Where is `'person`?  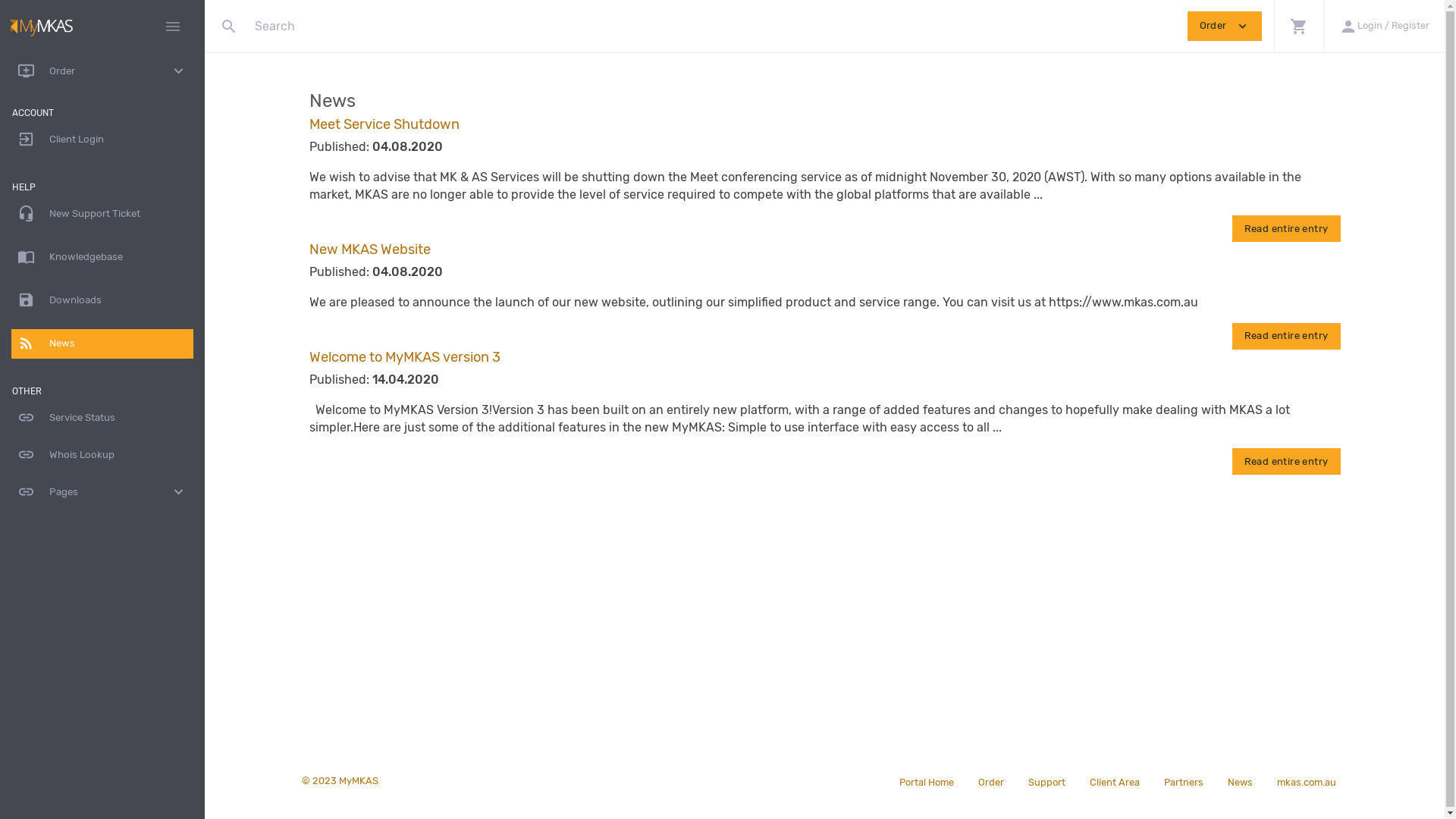
'person is located at coordinates (1323, 26).